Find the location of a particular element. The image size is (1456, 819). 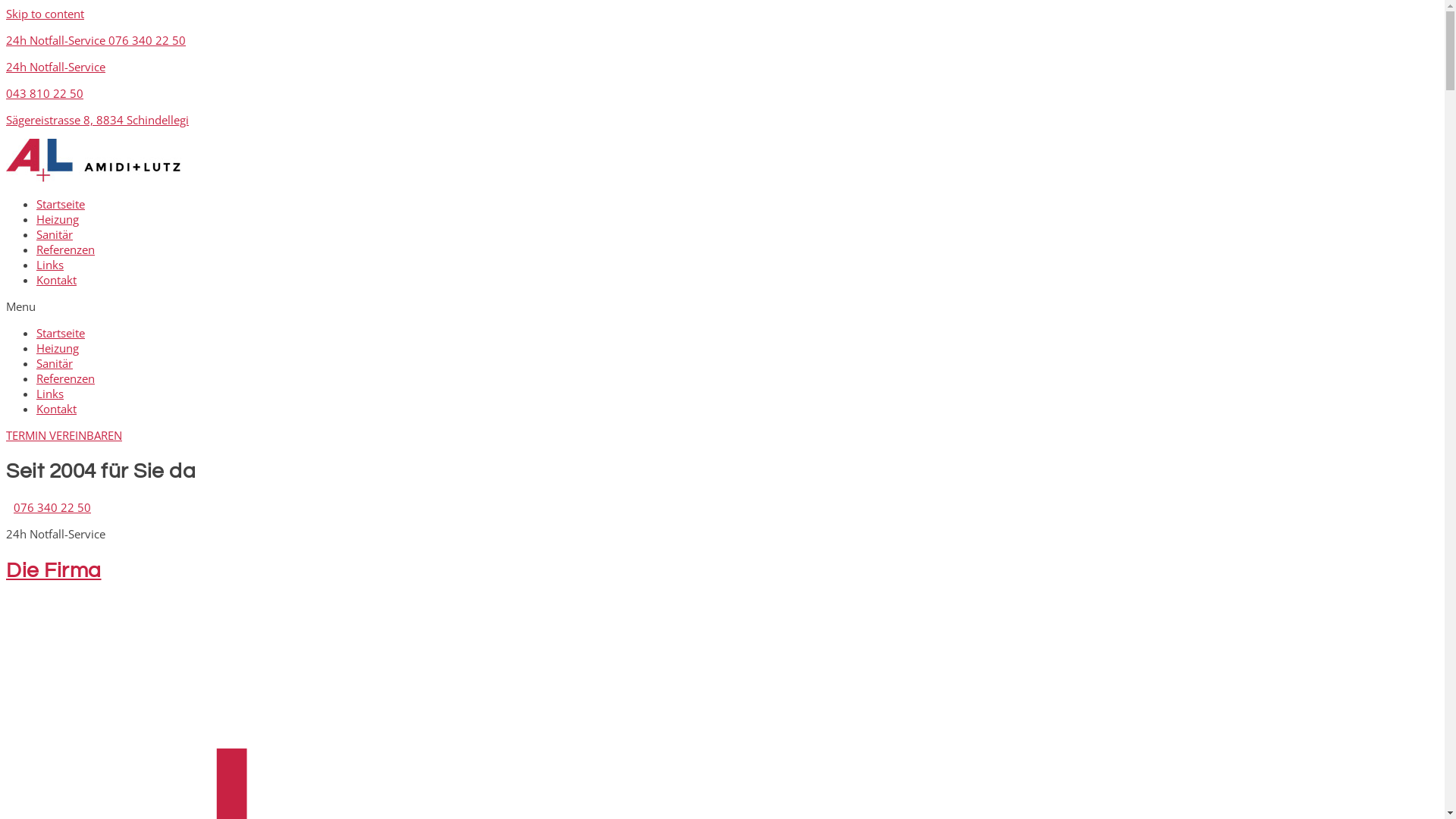

'Die Firma' is located at coordinates (54, 570).